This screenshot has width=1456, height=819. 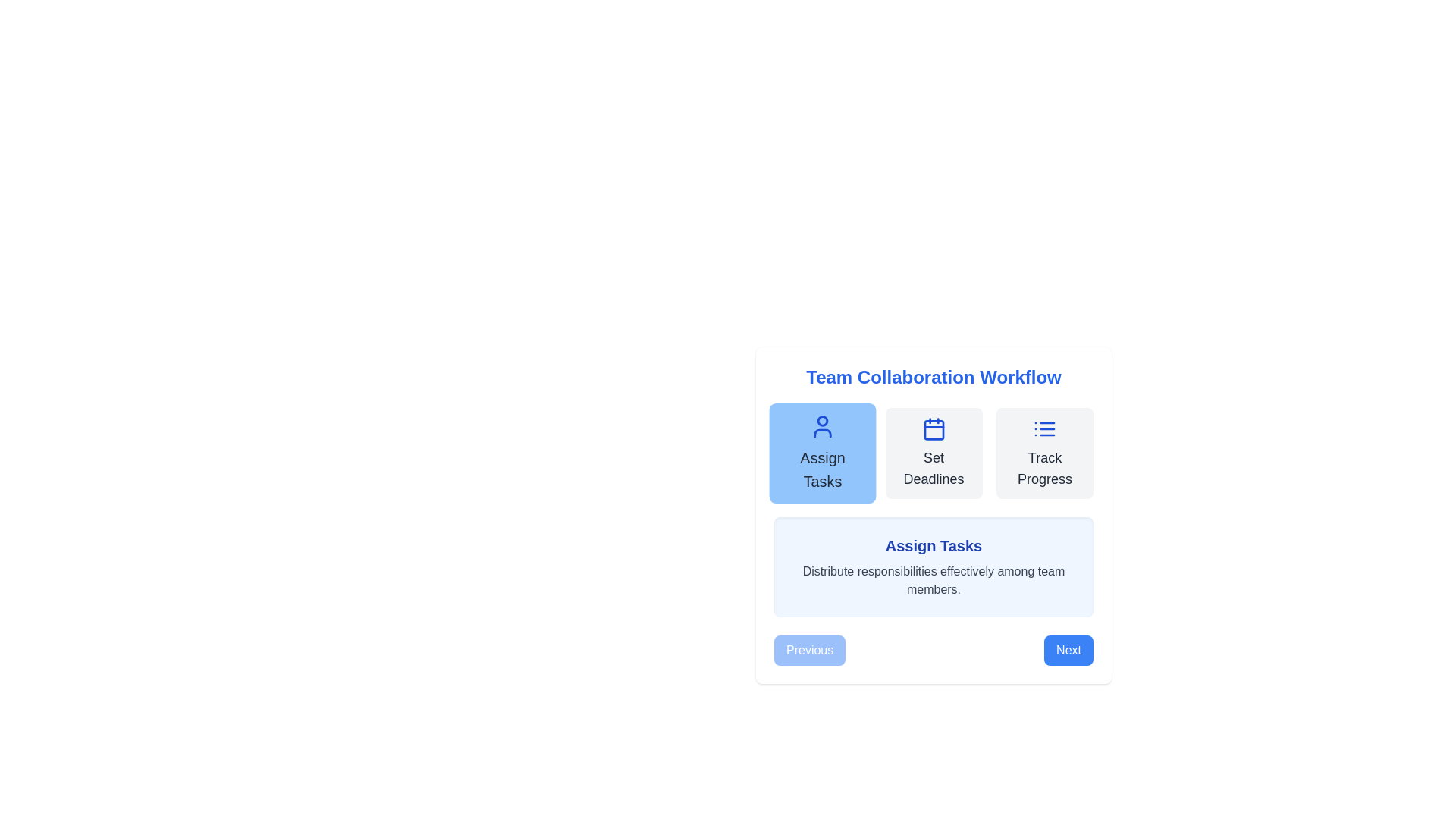 I want to click on the 'Next' button, which is a rectangular button with a blue background and white text, so click(x=1068, y=649).